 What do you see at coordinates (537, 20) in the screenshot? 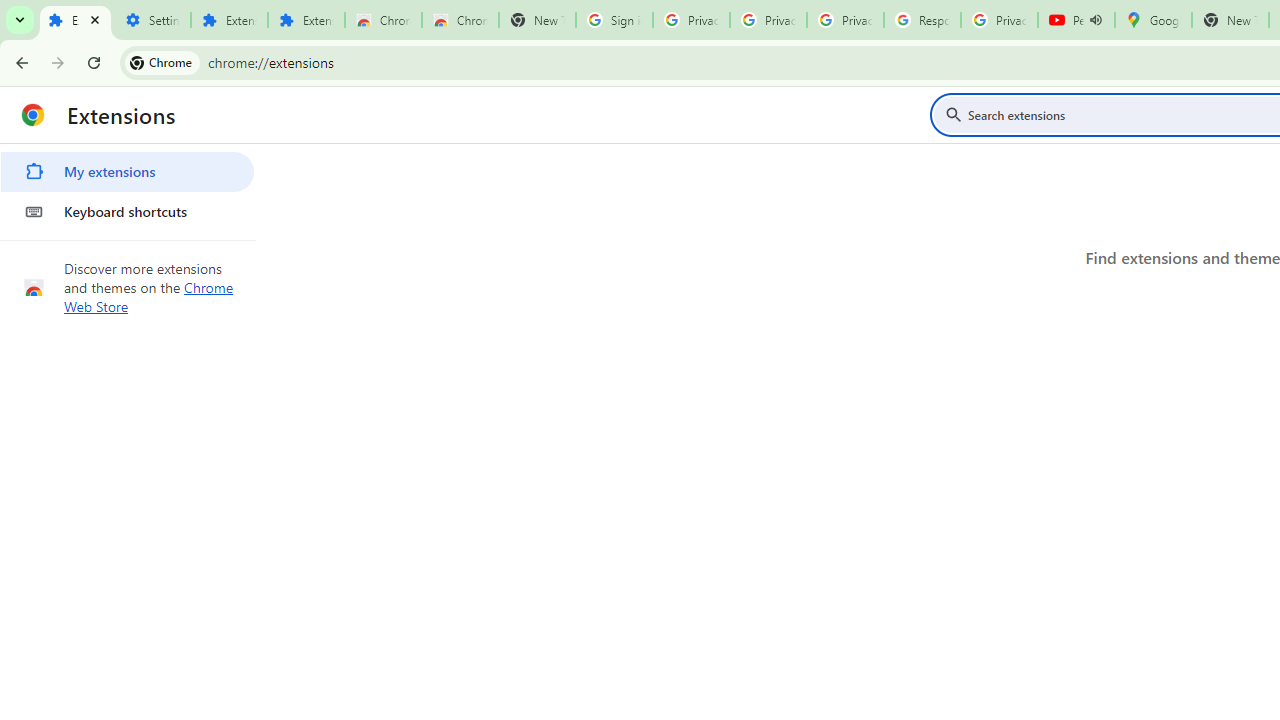
I see `'New Tab'` at bounding box center [537, 20].